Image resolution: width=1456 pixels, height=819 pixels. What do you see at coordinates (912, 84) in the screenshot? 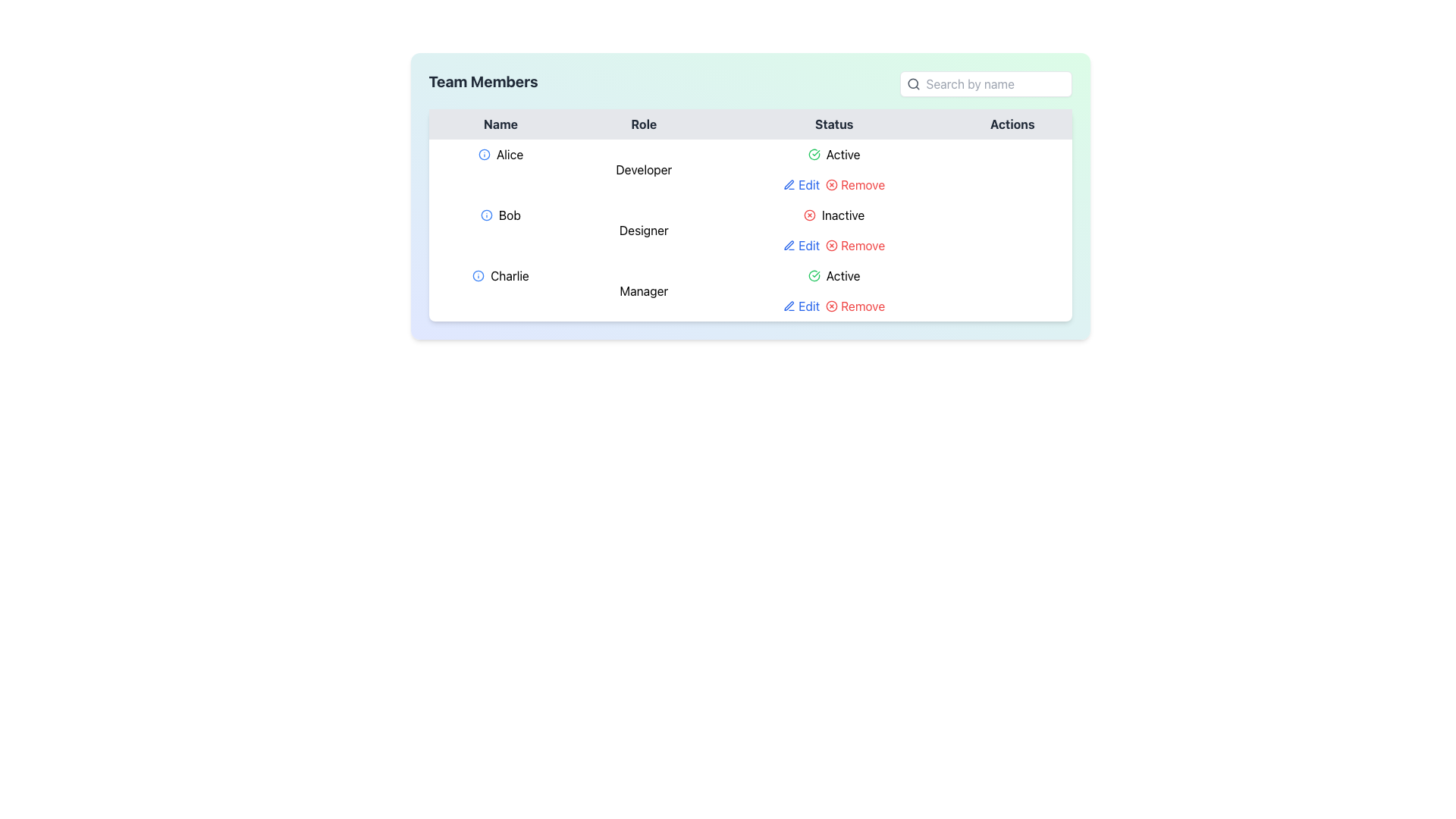
I see `the search icon, which is a magnifying glass located in the upper right region of the interface, within the search bar` at bounding box center [912, 84].